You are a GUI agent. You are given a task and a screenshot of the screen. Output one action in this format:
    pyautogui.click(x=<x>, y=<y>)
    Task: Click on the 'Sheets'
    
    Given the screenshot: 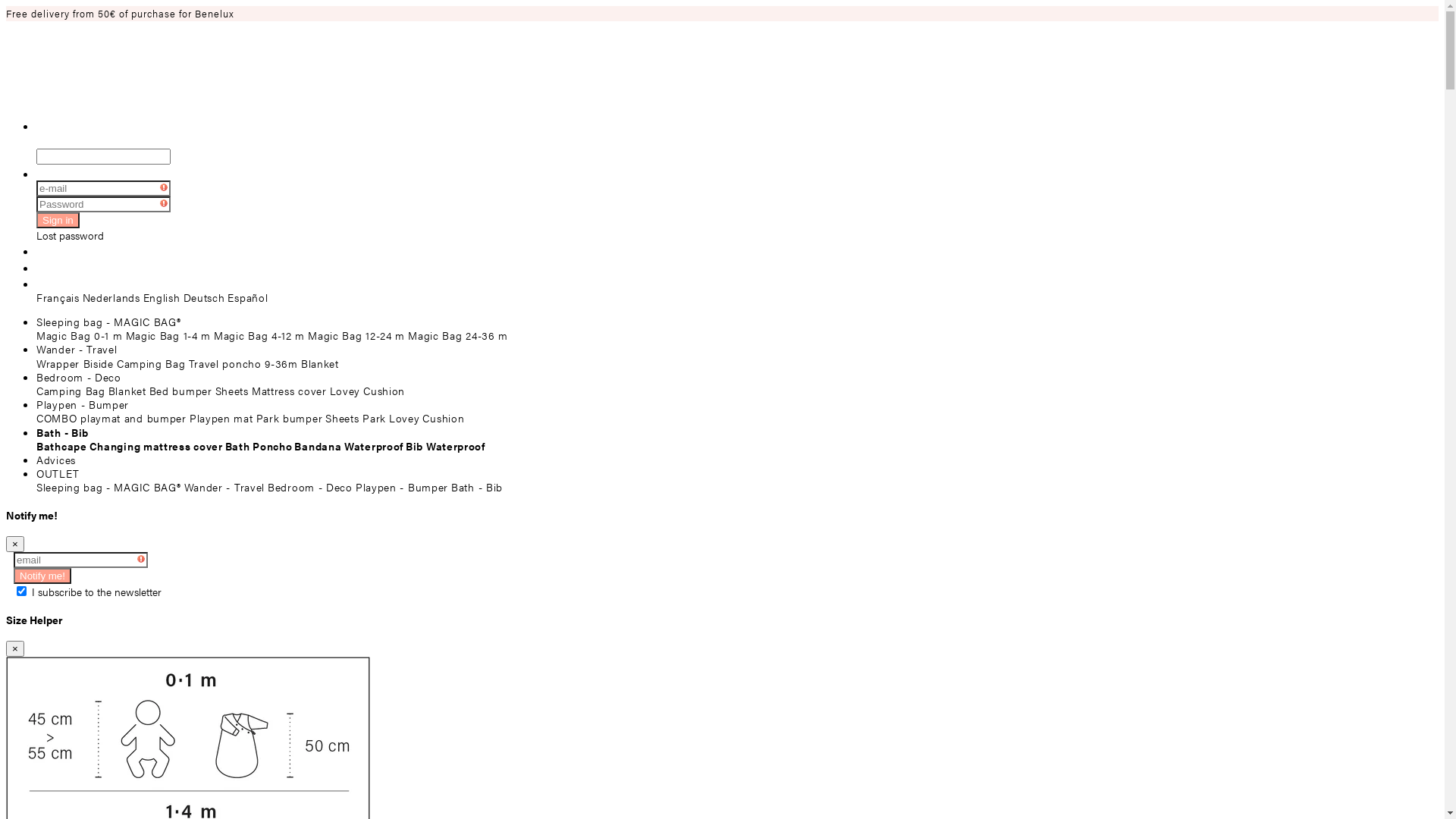 What is the action you would take?
    pyautogui.click(x=231, y=390)
    